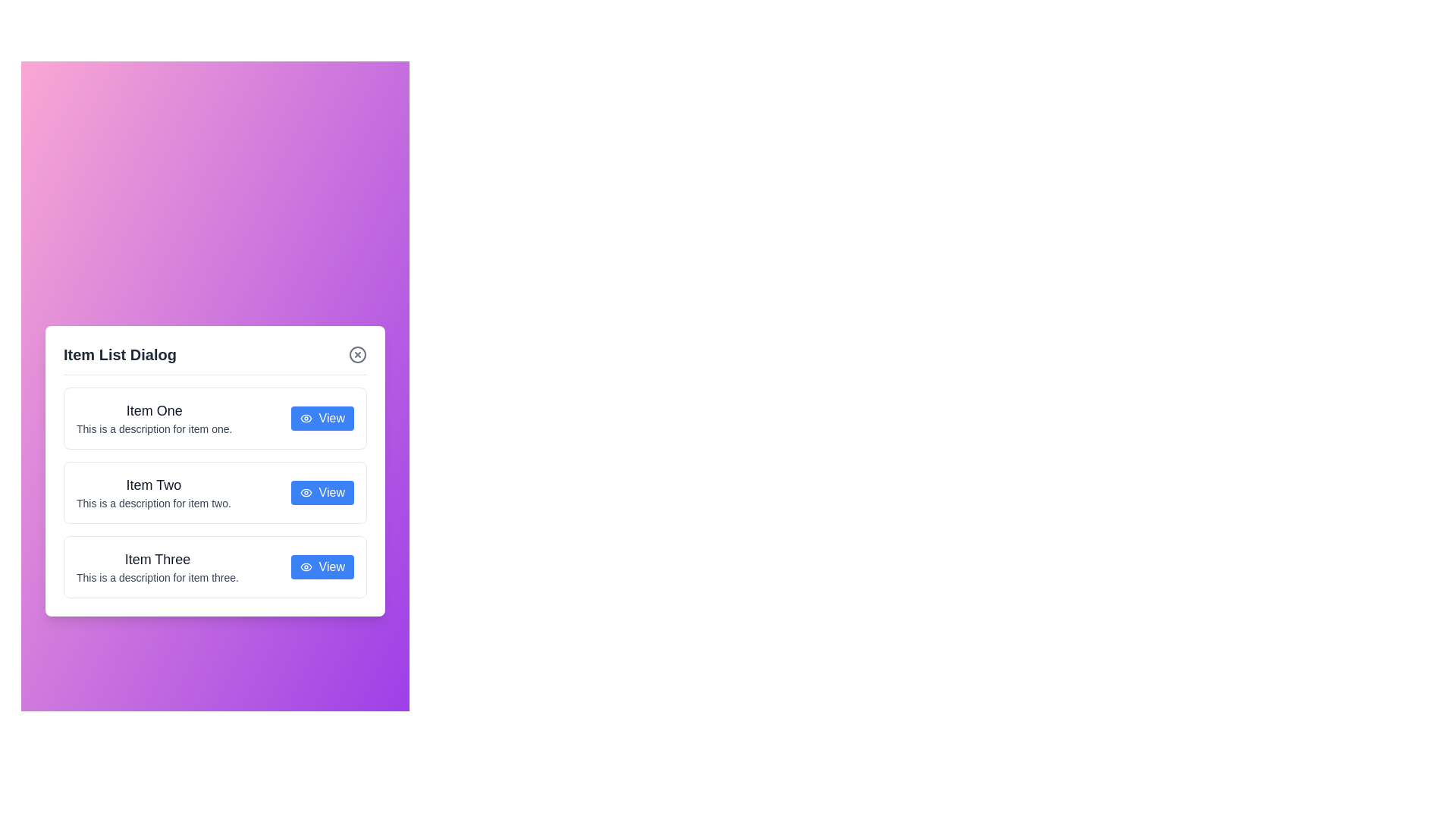  Describe the element at coordinates (322, 492) in the screenshot. I see `the 'View' button for item Item Two` at that location.